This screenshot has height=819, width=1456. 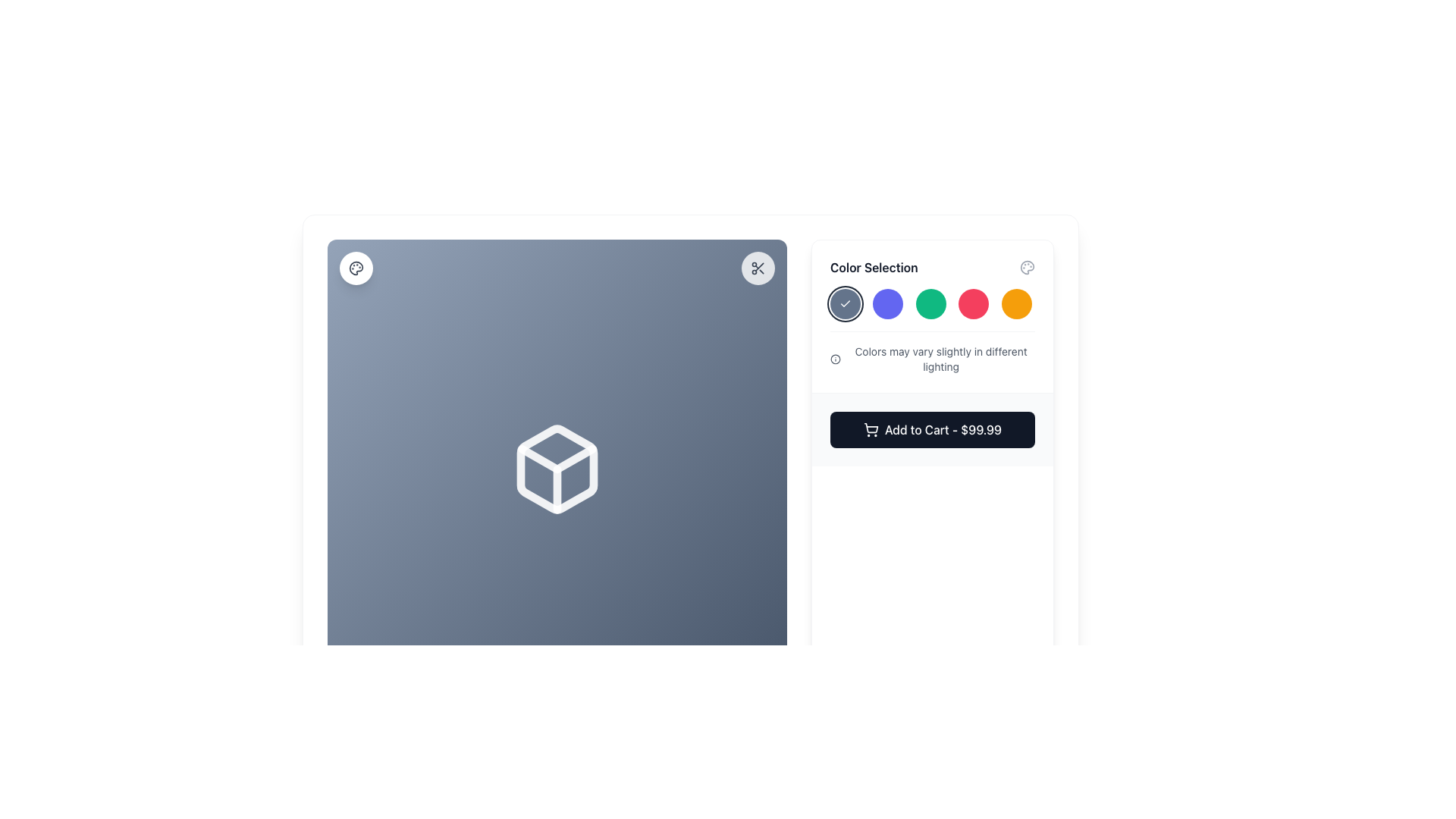 What do you see at coordinates (942, 430) in the screenshot?
I see `the button displaying 'Add to Cart - $99.99'` at bounding box center [942, 430].